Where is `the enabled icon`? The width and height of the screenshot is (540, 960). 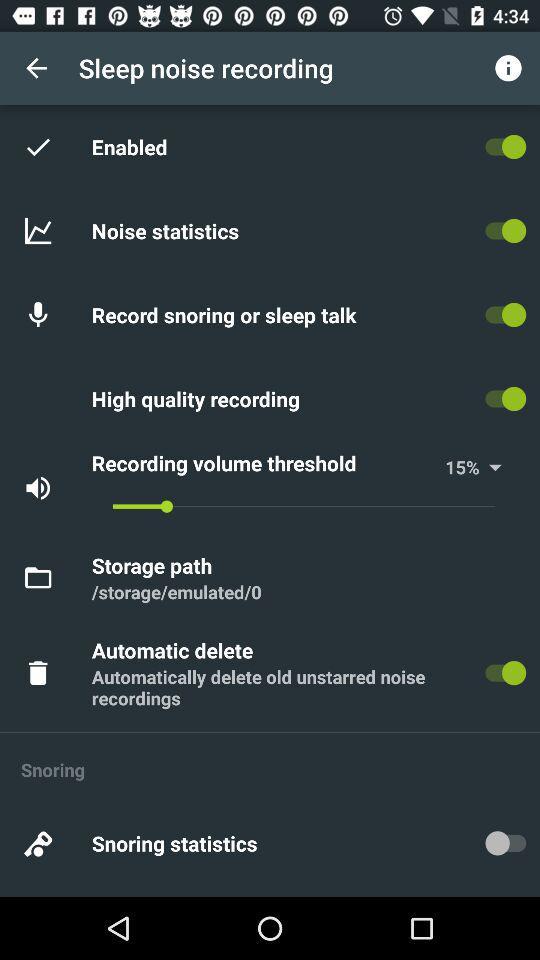
the enabled icon is located at coordinates (133, 145).